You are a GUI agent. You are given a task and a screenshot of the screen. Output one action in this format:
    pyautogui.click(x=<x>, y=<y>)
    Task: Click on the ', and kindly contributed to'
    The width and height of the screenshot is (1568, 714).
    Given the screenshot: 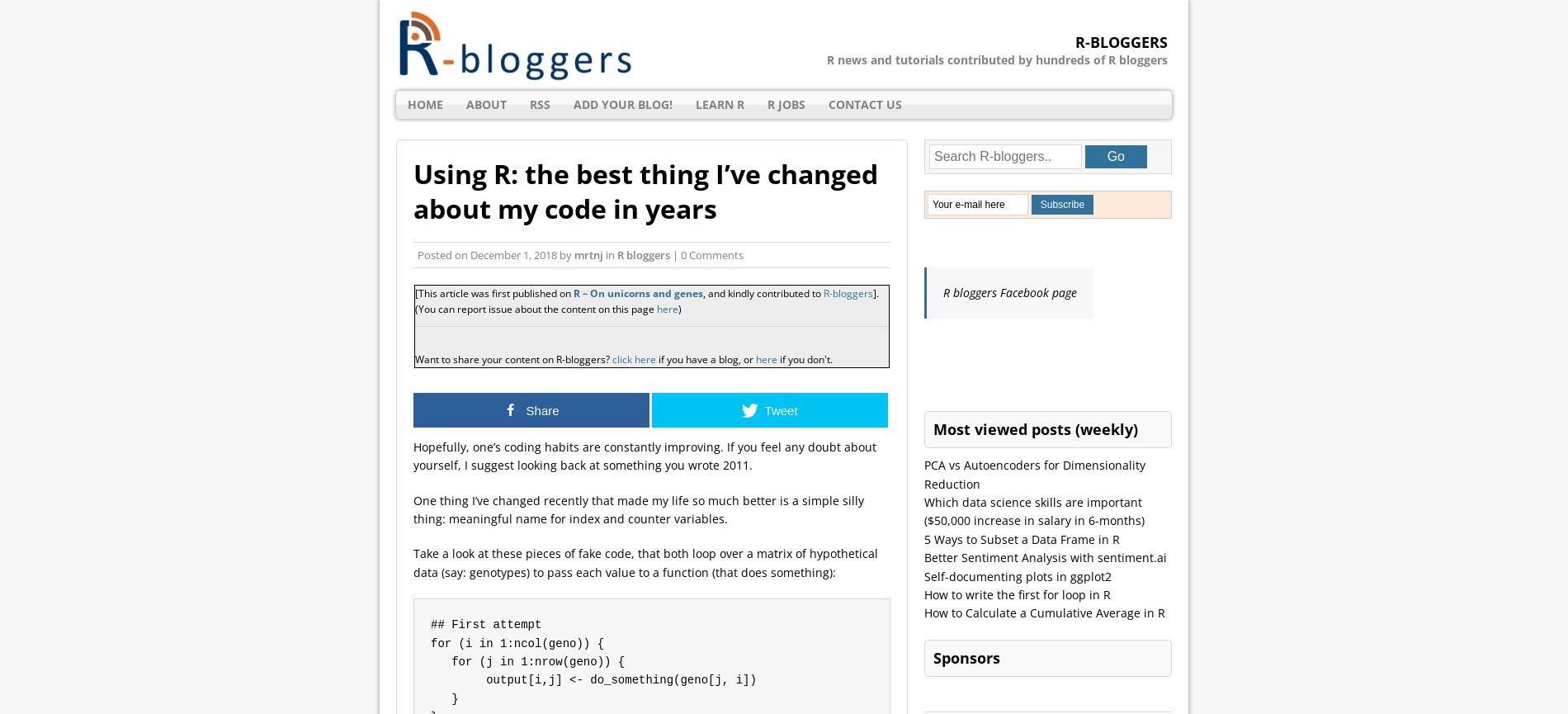 What is the action you would take?
    pyautogui.click(x=762, y=293)
    